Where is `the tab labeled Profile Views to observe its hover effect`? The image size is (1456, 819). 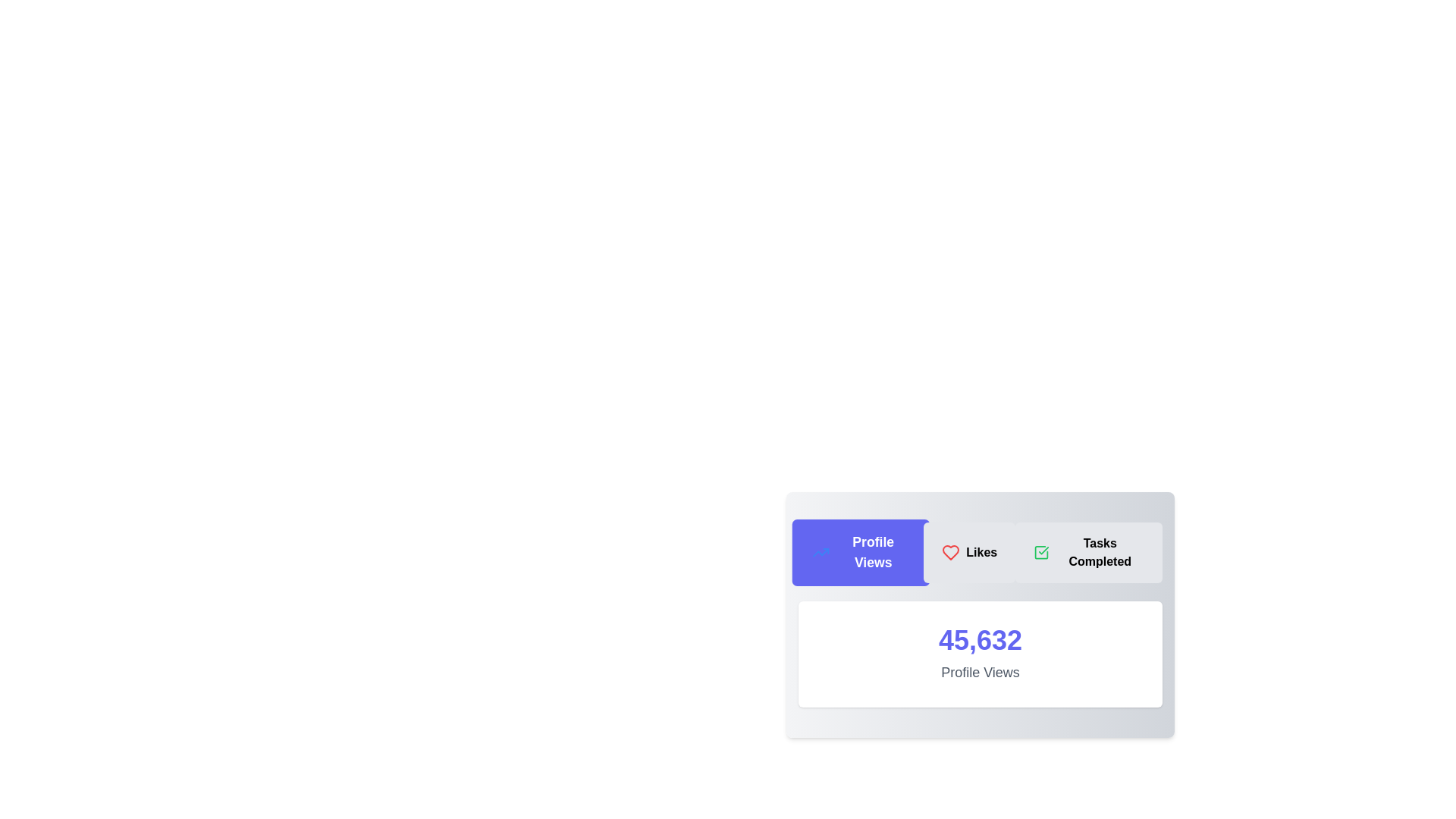
the tab labeled Profile Views to observe its hover effect is located at coordinates (861, 553).